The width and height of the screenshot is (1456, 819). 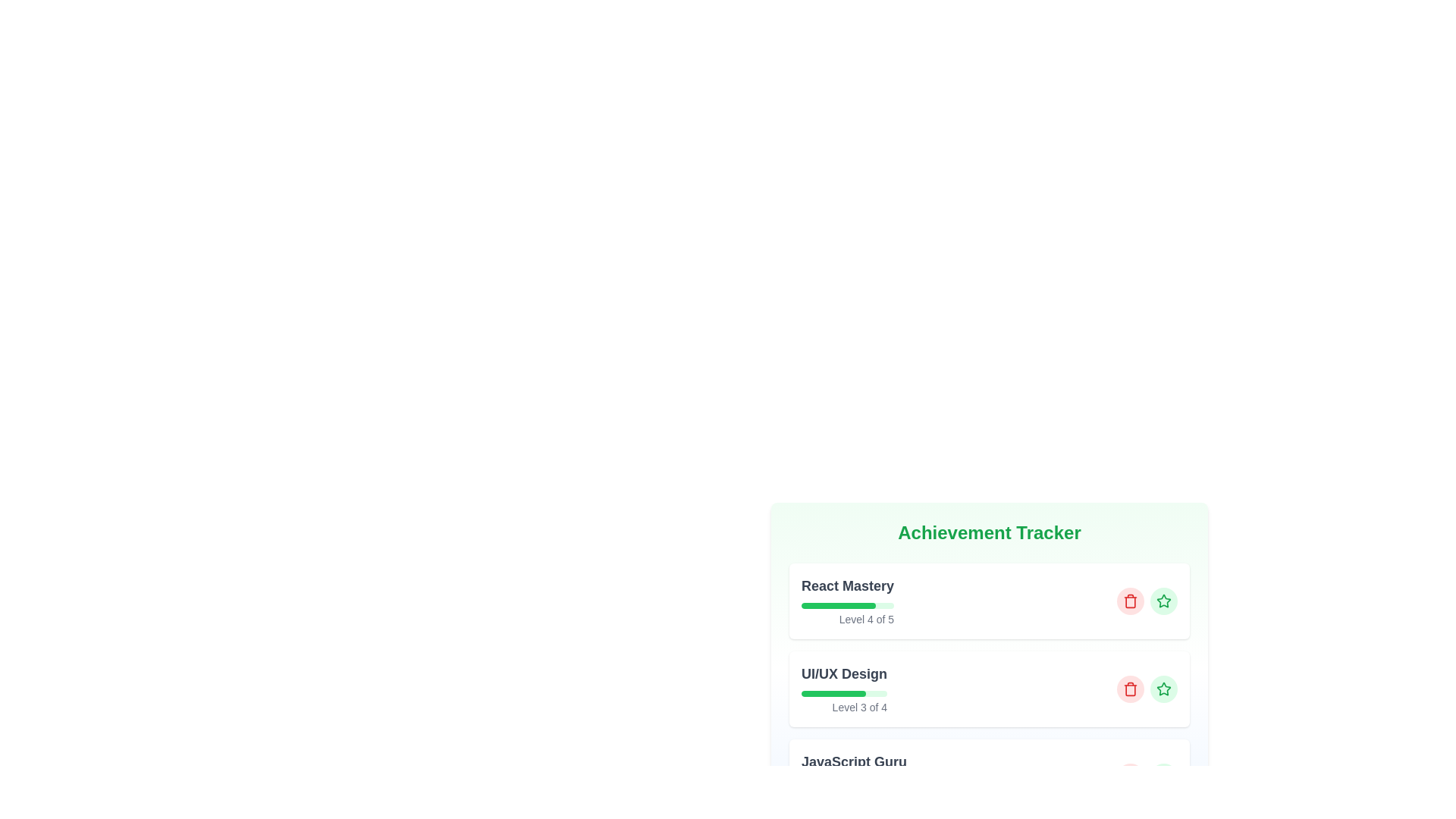 I want to click on the Text Label that serves as a title for a skill or status level in the progress tracking interface, located above the green progress bar and below the 'Achievement Tracker' section header, so click(x=854, y=762).